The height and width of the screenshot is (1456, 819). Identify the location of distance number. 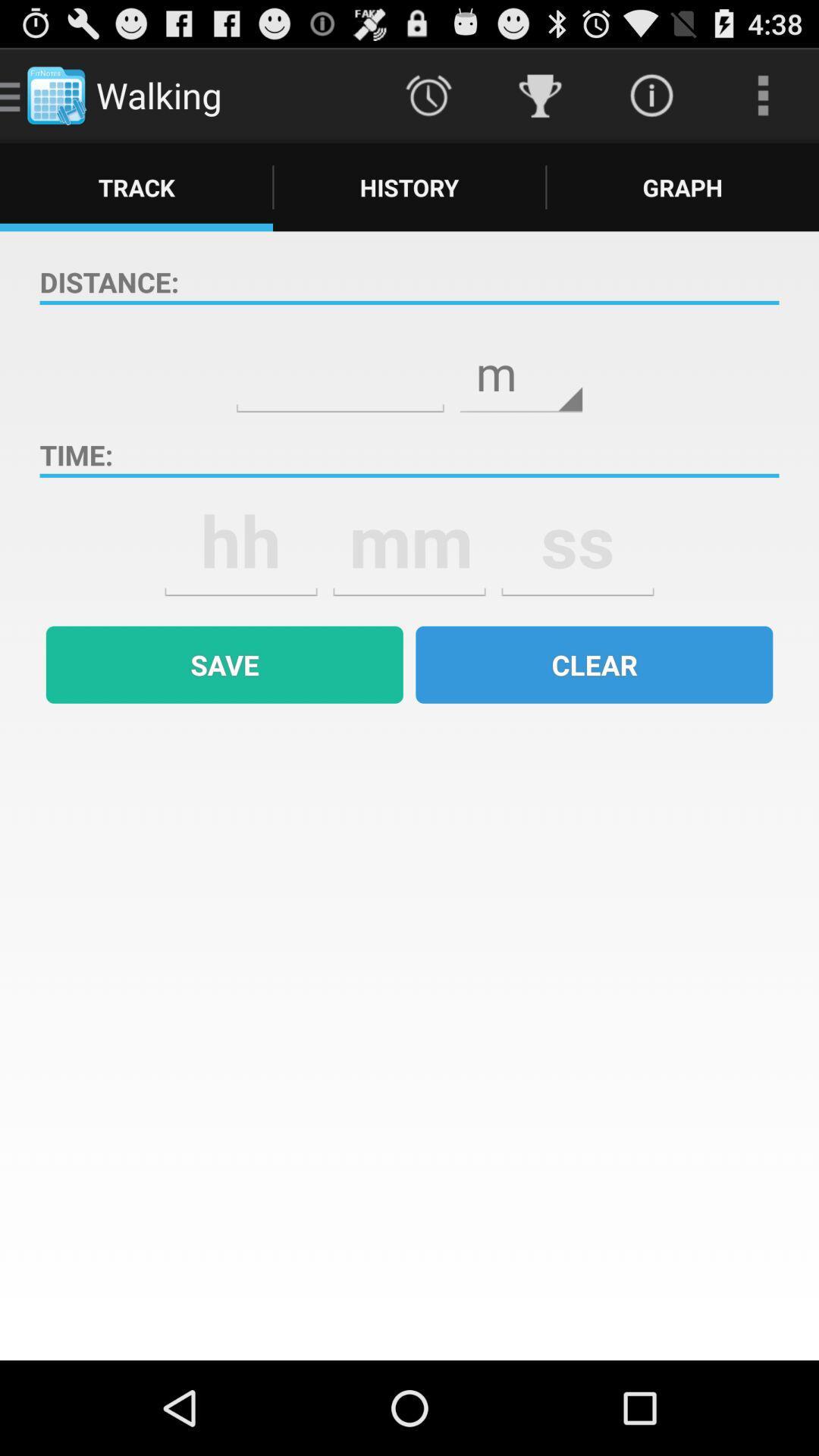
(339, 362).